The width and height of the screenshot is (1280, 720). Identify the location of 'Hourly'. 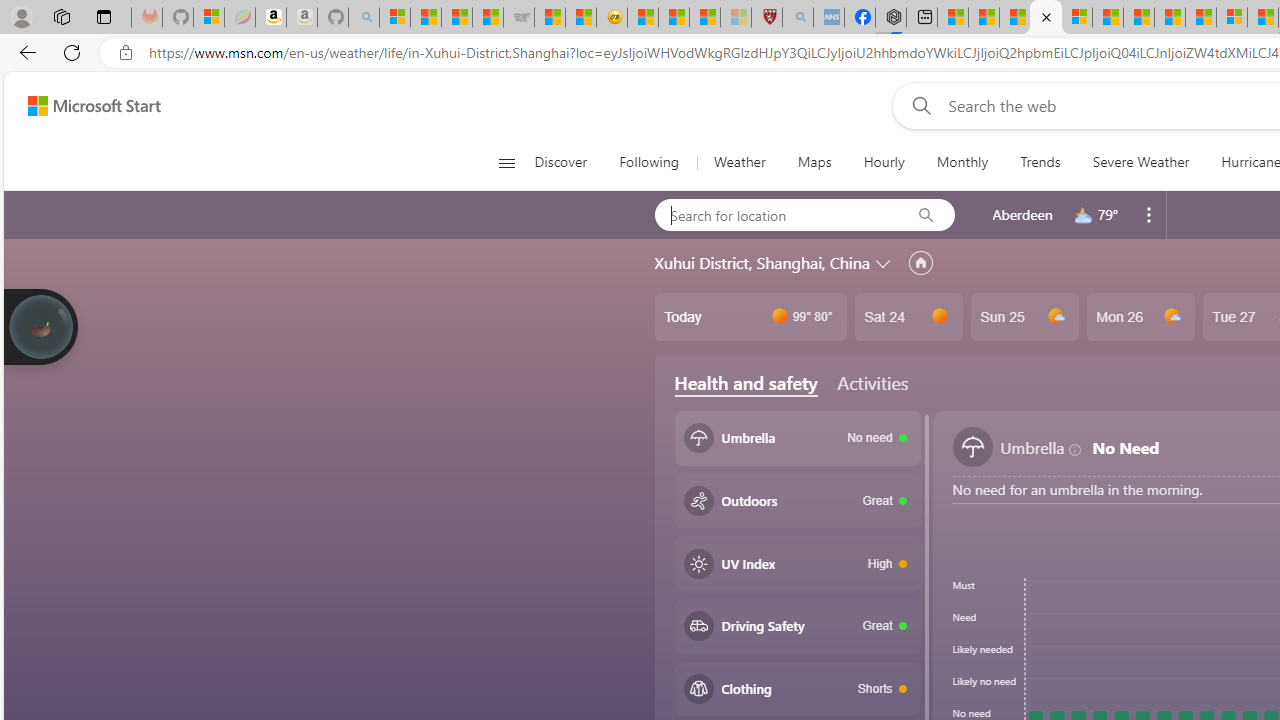
(883, 162).